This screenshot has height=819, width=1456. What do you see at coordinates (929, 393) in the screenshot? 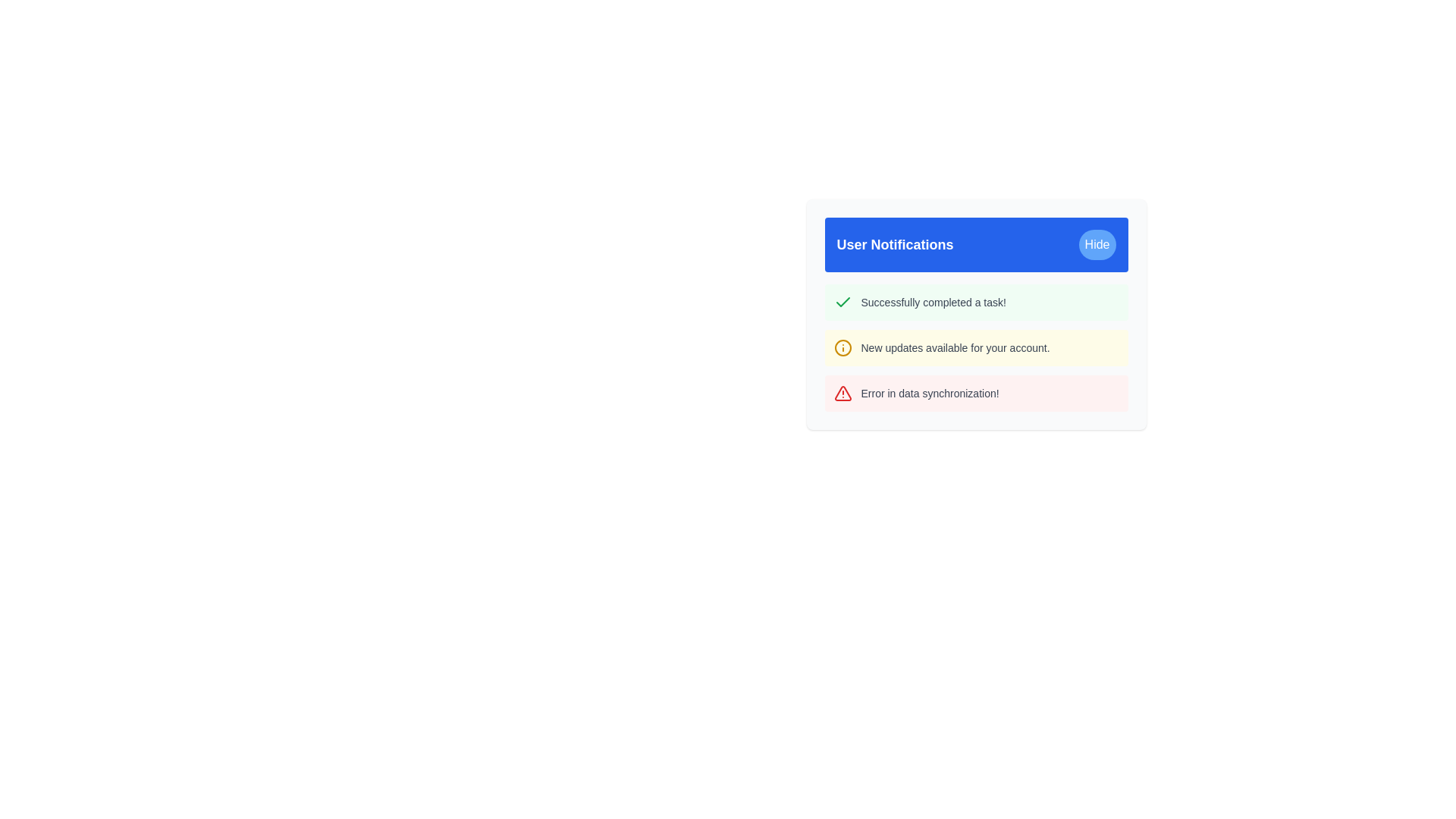
I see `the error message text label located in the third notification block under 'User Notifications', which is red-themed and follows an error icon` at bounding box center [929, 393].